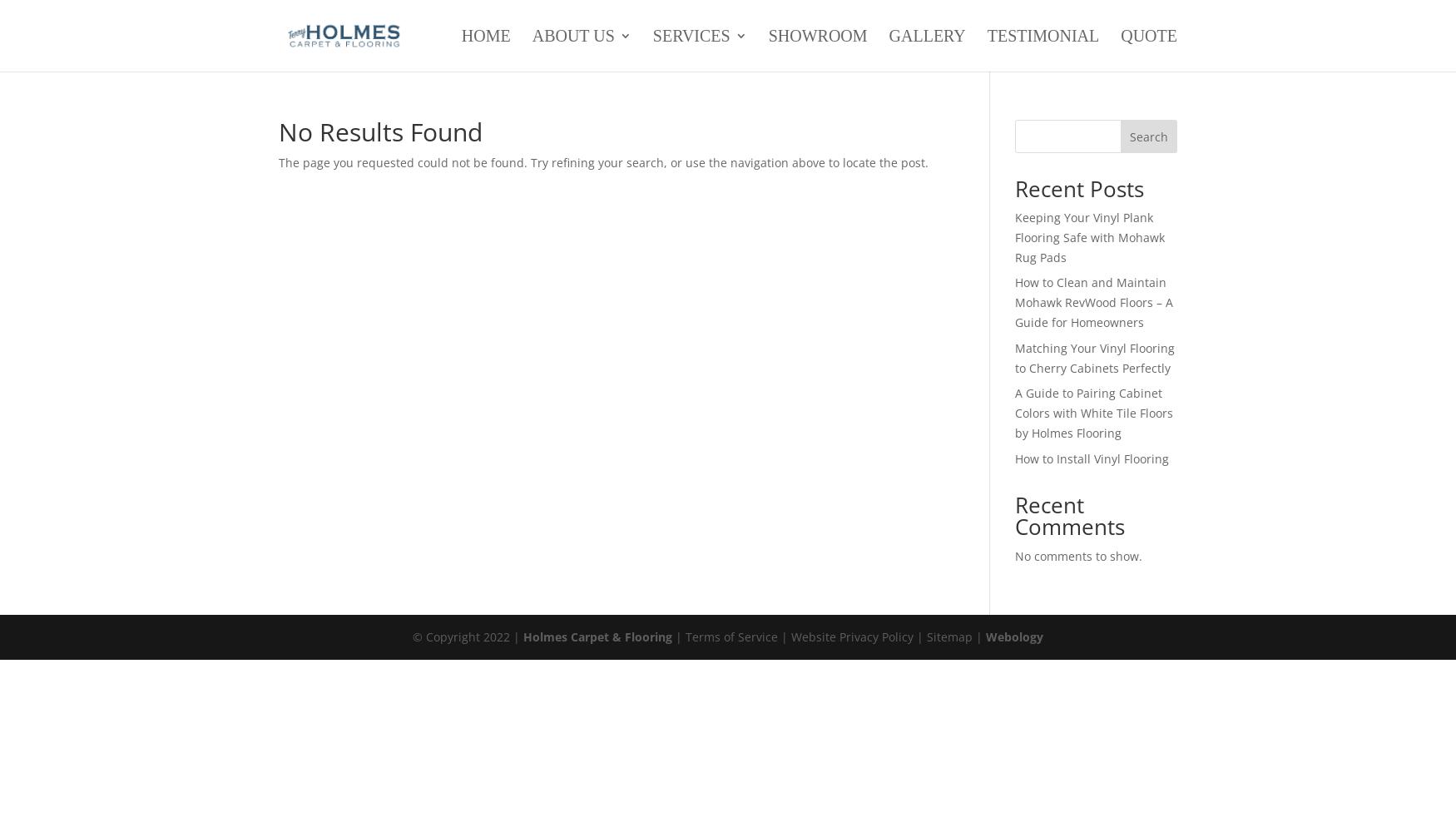 The image size is (1456, 832). What do you see at coordinates (817, 36) in the screenshot?
I see `'Showroom'` at bounding box center [817, 36].